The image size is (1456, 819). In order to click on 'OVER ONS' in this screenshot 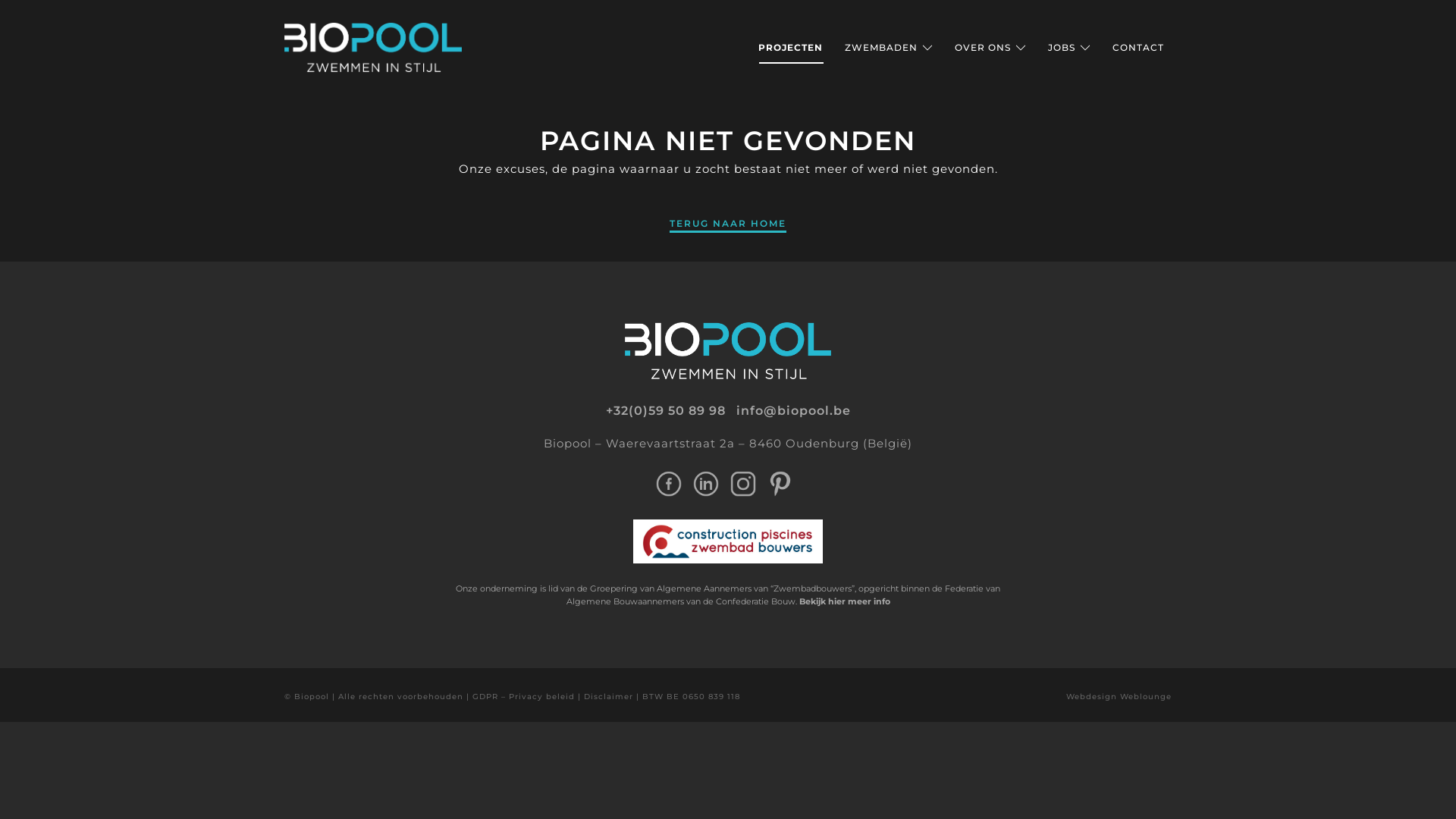, I will do `click(990, 46)`.